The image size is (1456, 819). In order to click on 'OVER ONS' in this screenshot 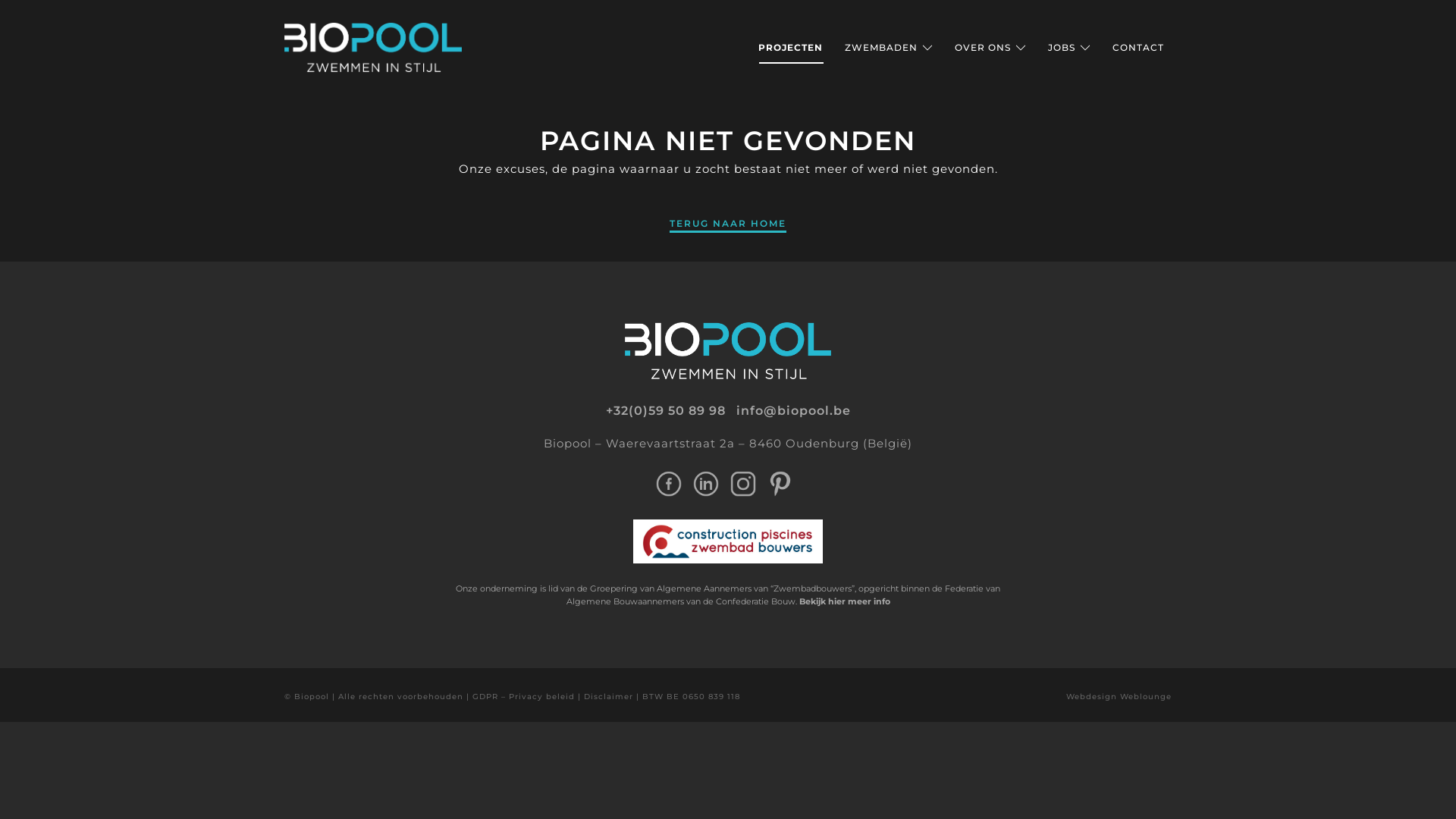, I will do `click(990, 46)`.